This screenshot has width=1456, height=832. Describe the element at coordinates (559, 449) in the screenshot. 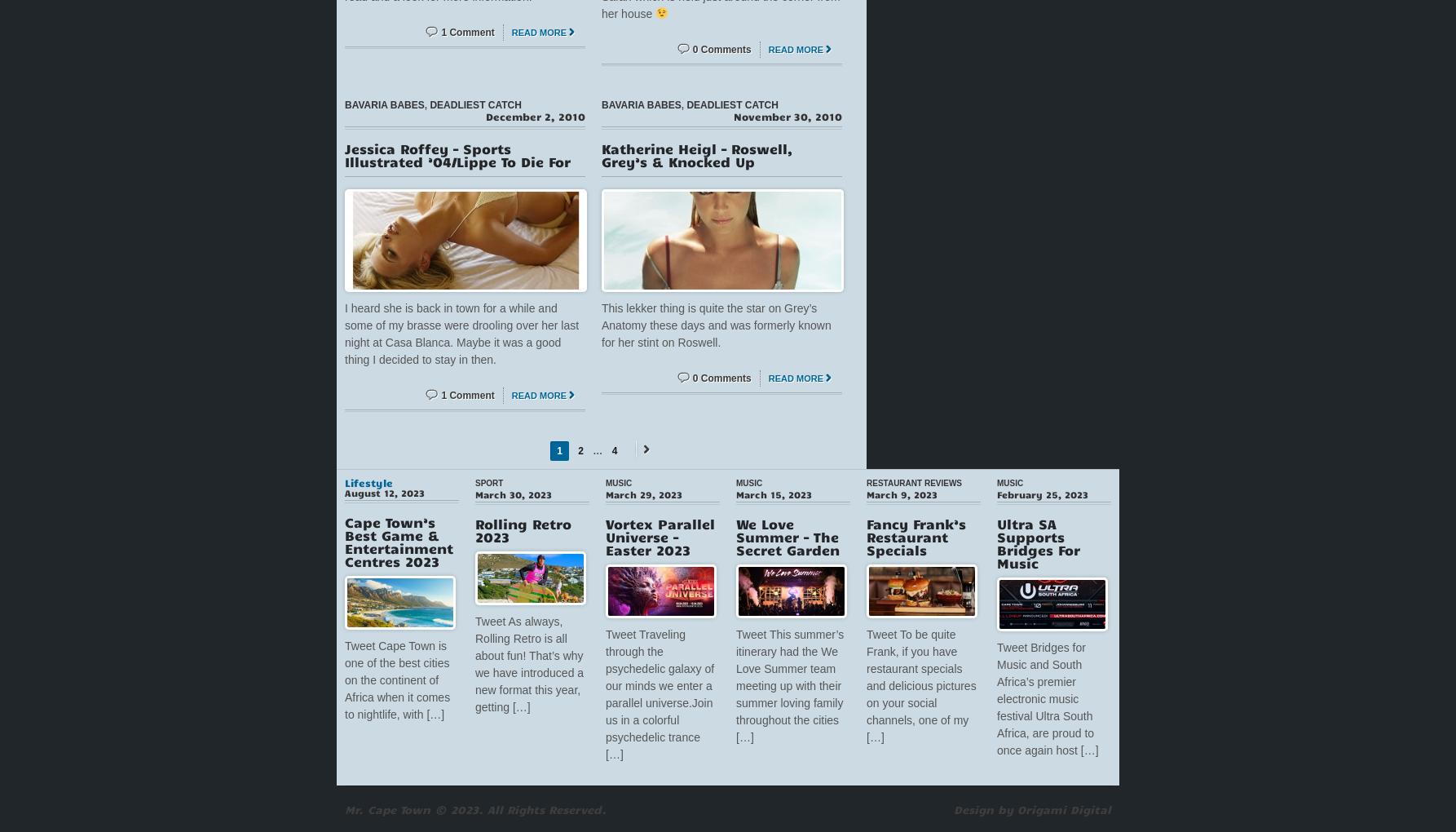

I see `'1'` at that location.